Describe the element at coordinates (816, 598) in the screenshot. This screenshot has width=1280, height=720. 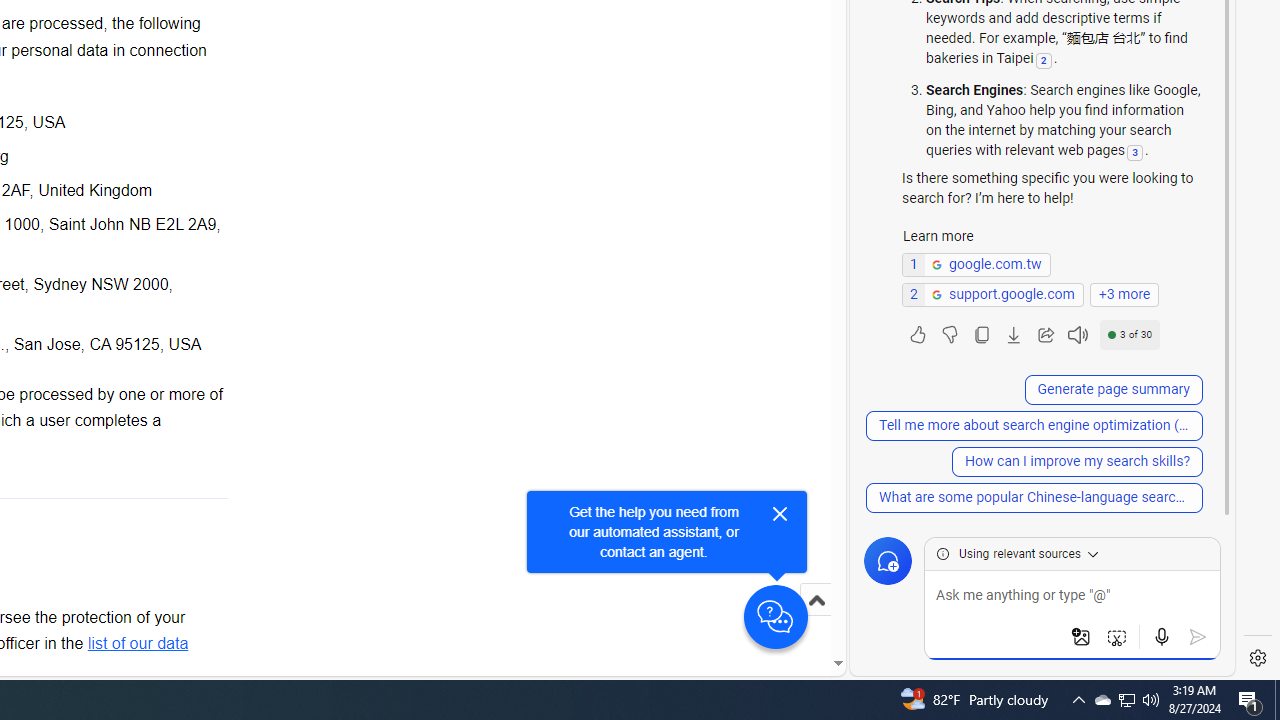
I see `'Scroll to top'` at that location.